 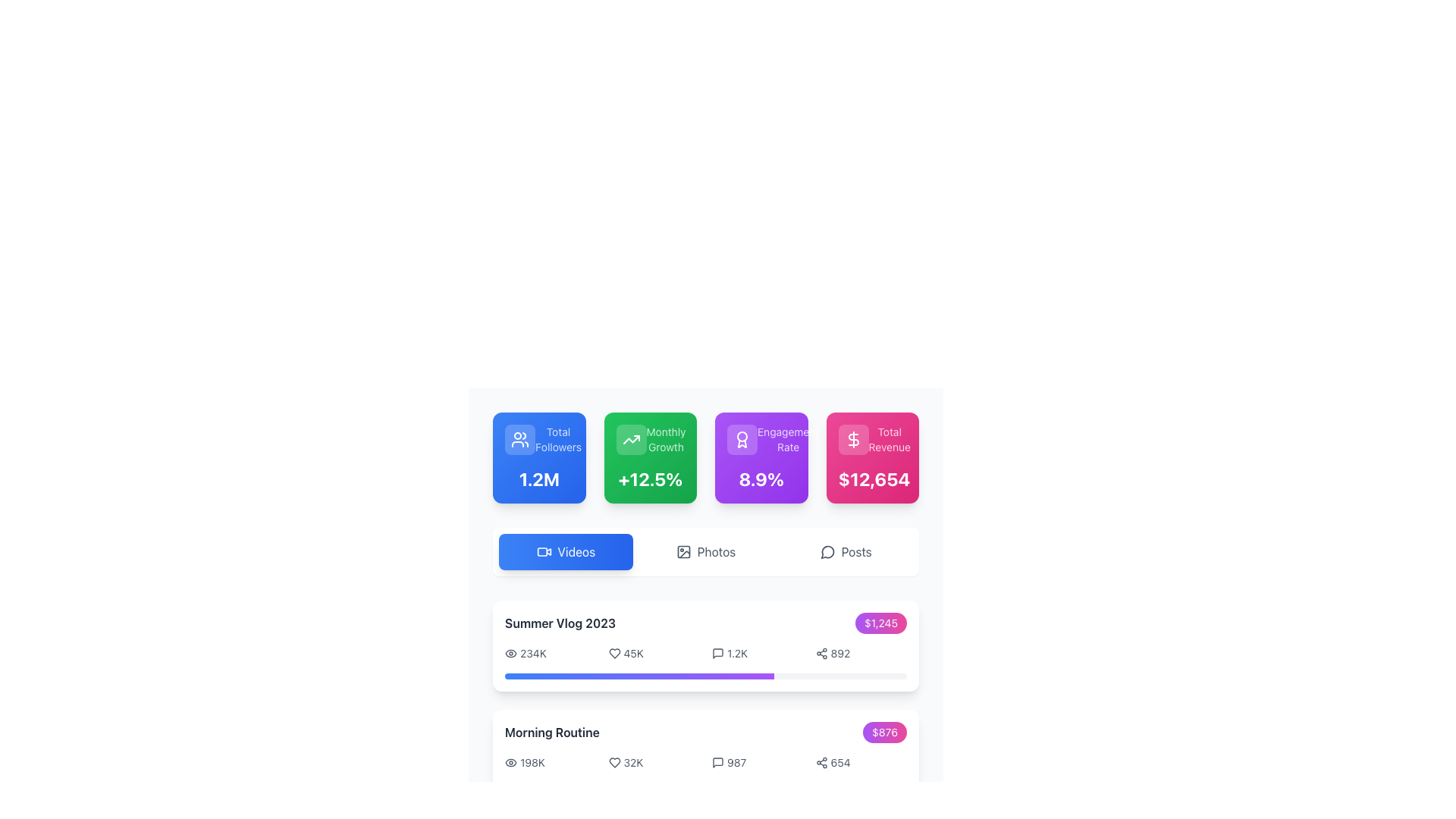 What do you see at coordinates (532, 763) in the screenshot?
I see `the view count metric for the 'Morning Routine' section, positioned to the right of the eye icon` at bounding box center [532, 763].